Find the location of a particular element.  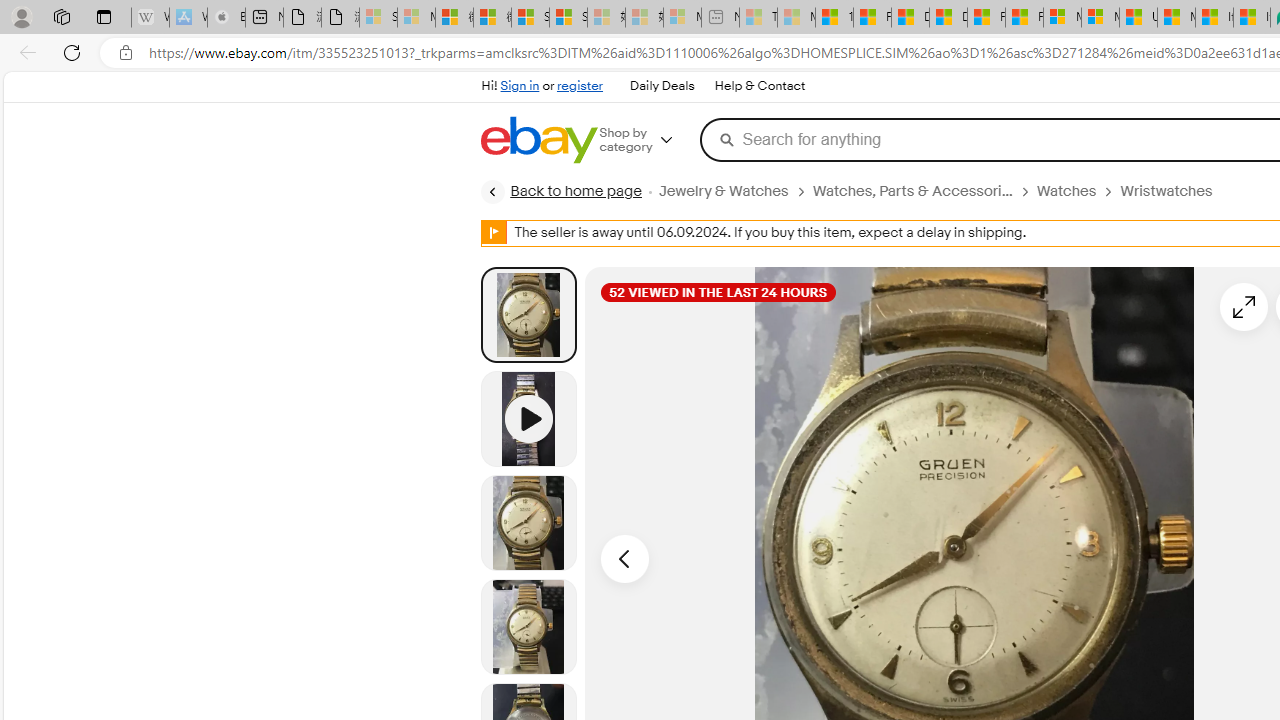

'WARNING' is located at coordinates (494, 231).